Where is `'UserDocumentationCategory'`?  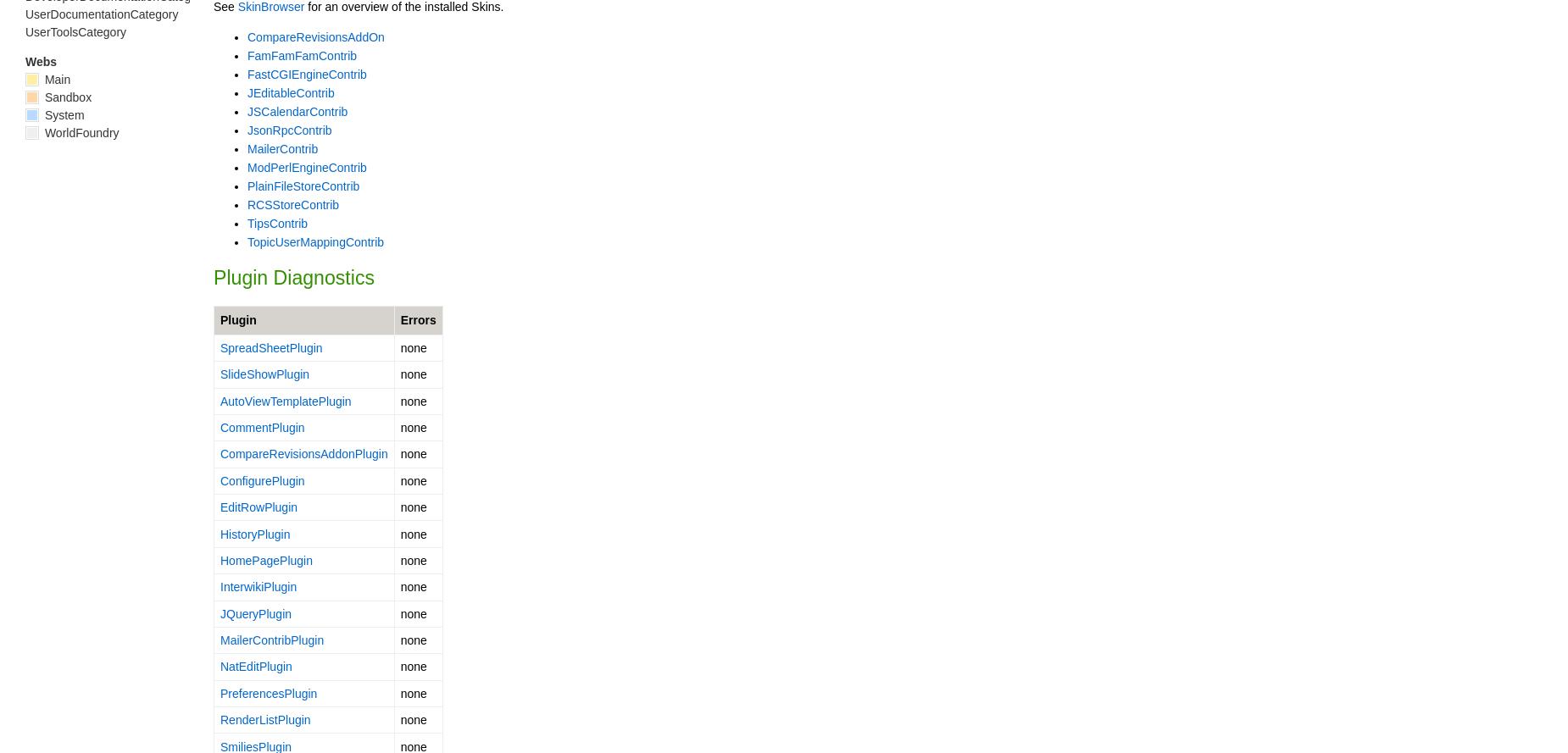
'UserDocumentationCategory' is located at coordinates (101, 14).